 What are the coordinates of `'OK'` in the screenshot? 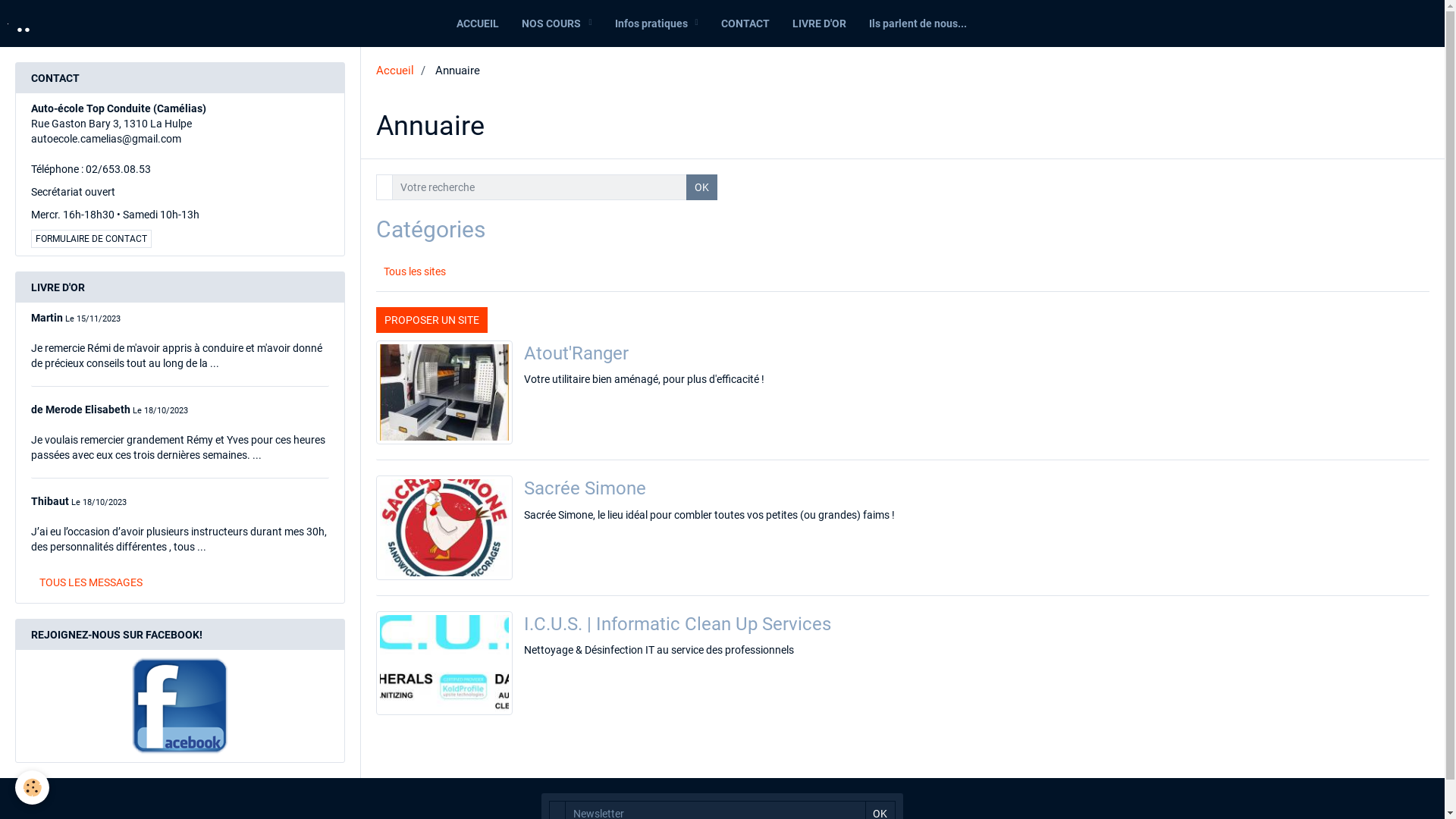 It's located at (686, 186).